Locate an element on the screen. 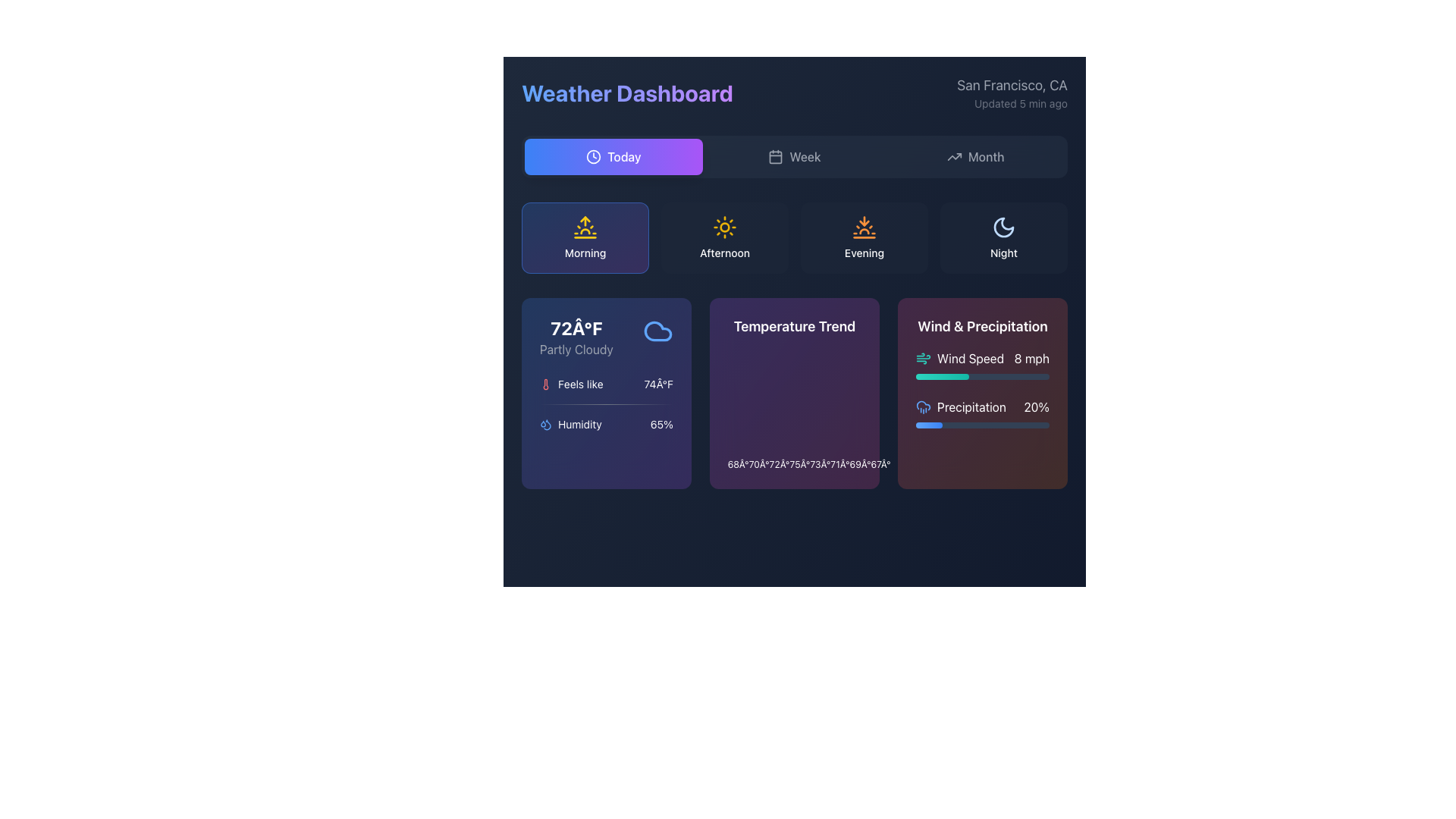  the 'Evening' icon in the top row of the dashboard to select it is located at coordinates (864, 227).